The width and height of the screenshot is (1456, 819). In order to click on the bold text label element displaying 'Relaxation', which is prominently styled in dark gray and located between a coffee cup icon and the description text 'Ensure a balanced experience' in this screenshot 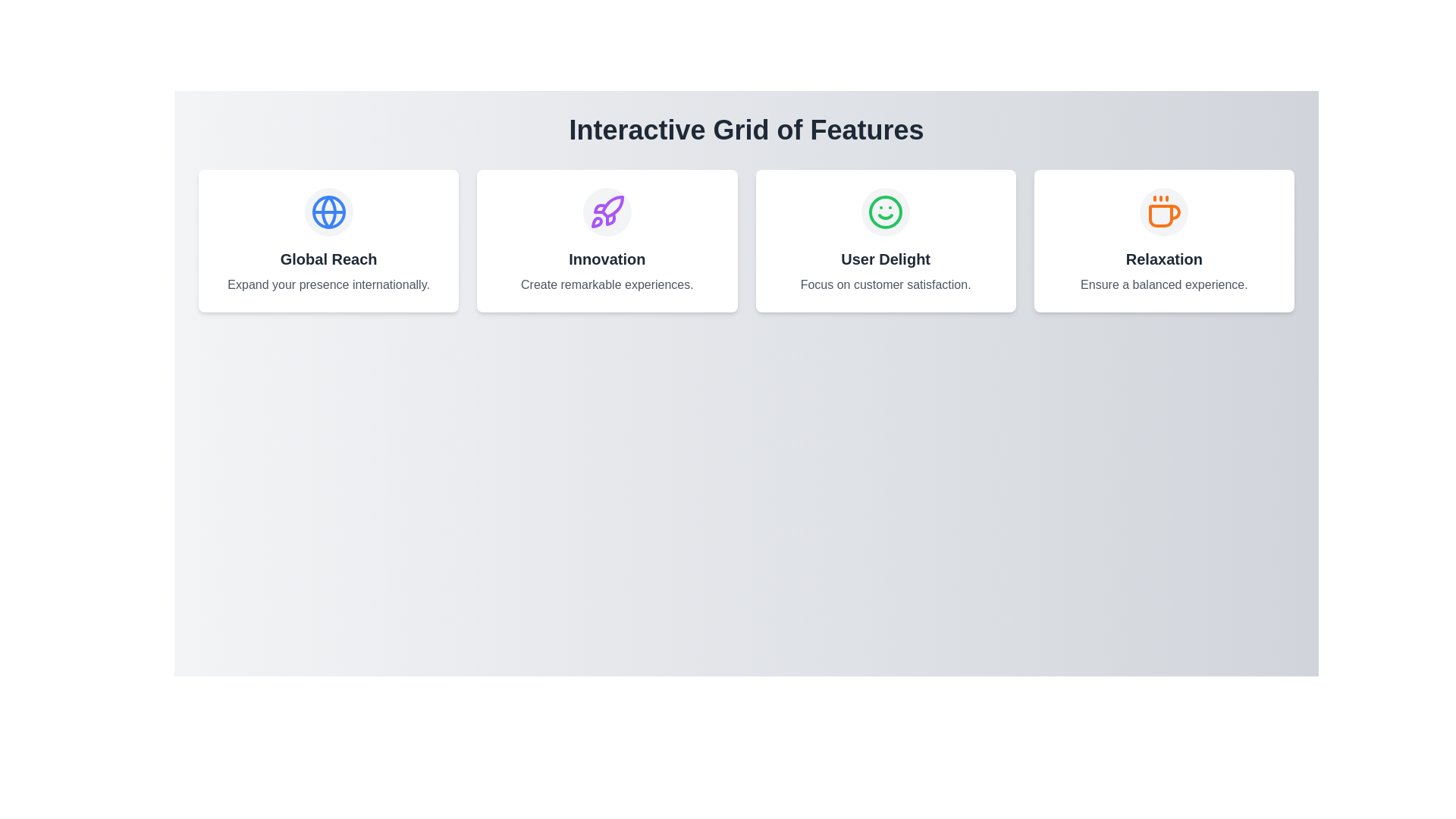, I will do `click(1163, 259)`.